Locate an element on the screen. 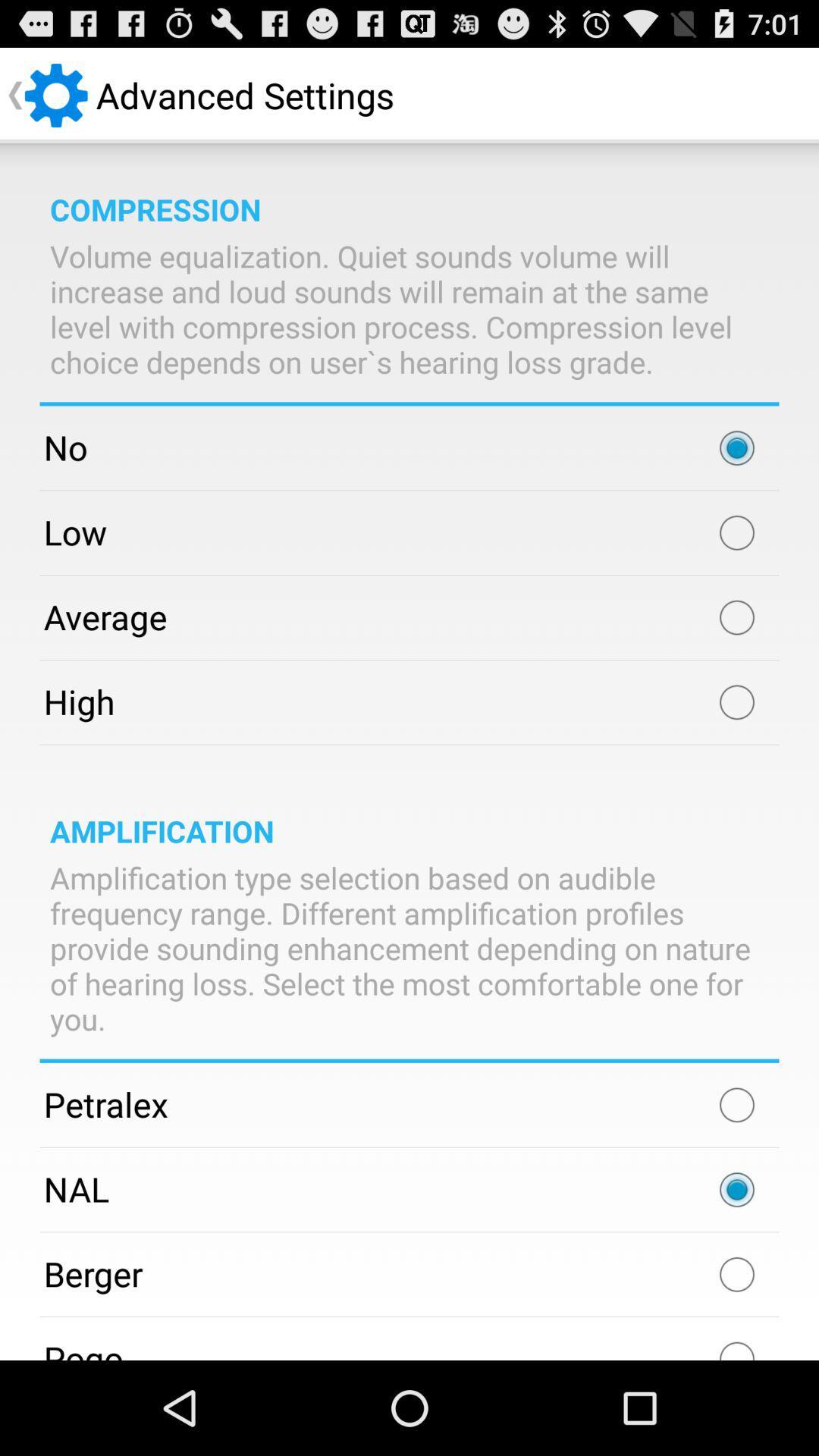 The image size is (819, 1456). berger is located at coordinates (736, 1274).